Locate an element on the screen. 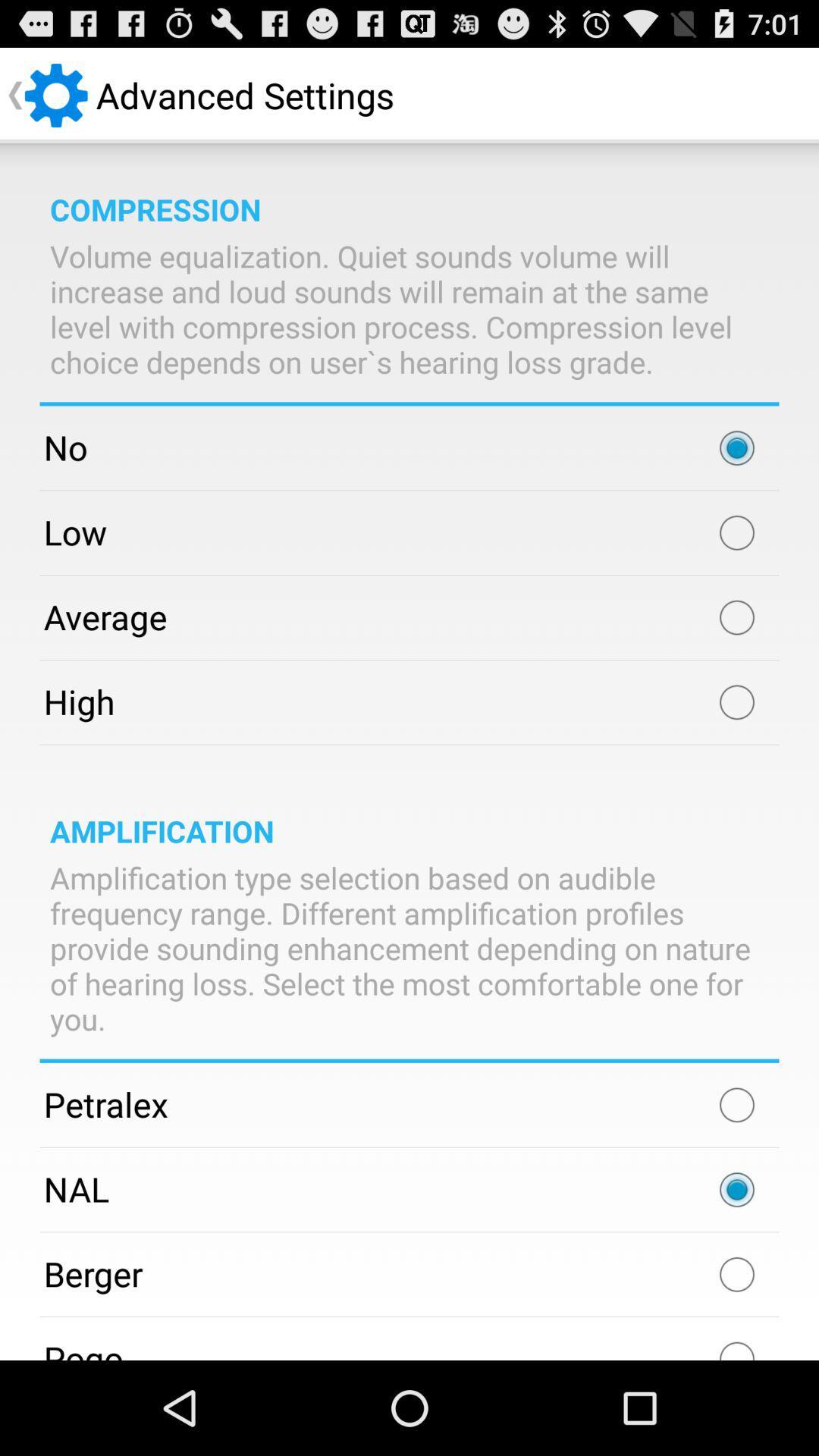 The image size is (819, 1456). berger is located at coordinates (736, 1274).